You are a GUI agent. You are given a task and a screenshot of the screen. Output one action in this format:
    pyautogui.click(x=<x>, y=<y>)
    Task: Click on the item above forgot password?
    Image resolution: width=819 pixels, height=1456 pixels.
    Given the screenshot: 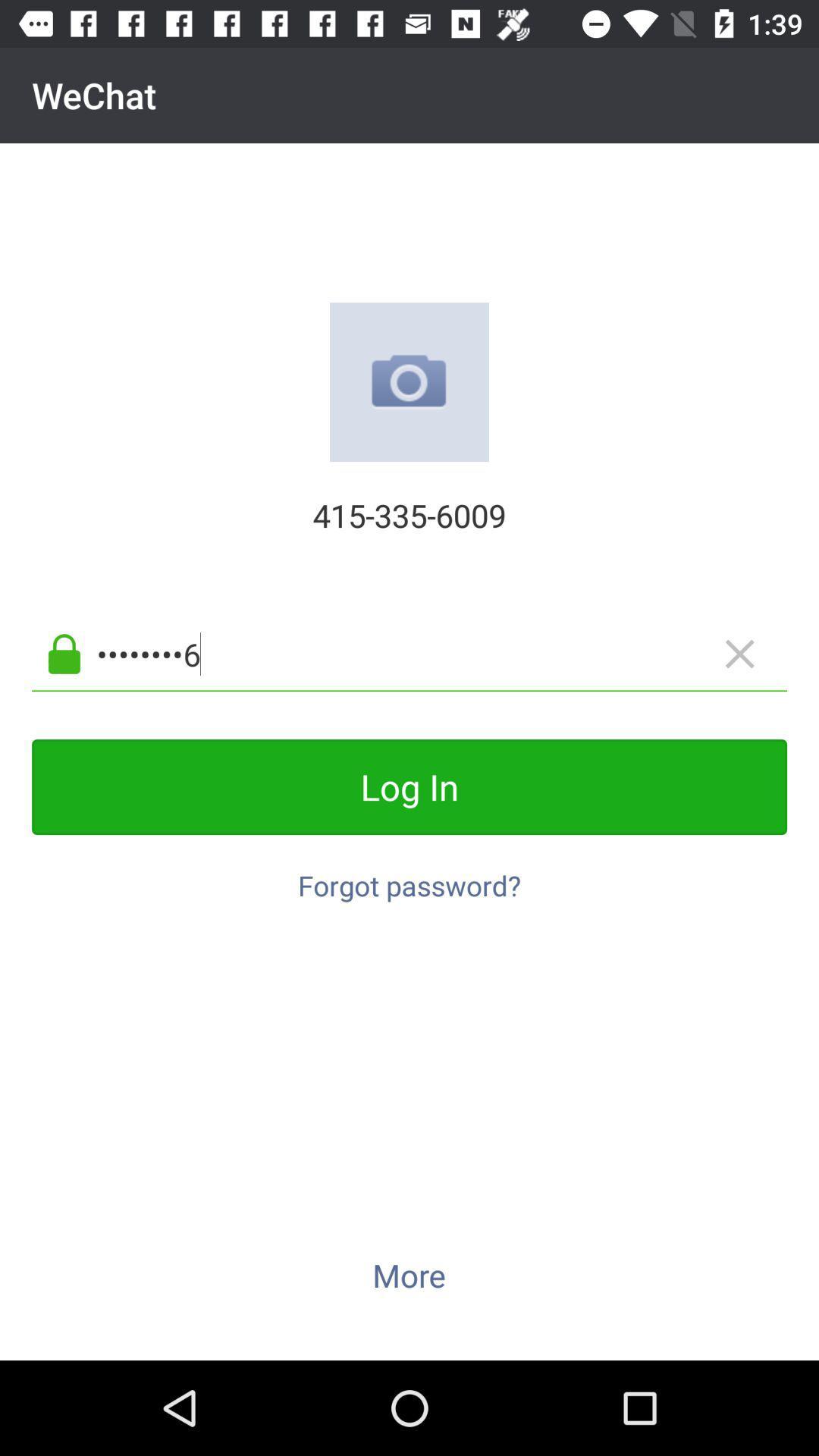 What is the action you would take?
    pyautogui.click(x=409, y=786)
    